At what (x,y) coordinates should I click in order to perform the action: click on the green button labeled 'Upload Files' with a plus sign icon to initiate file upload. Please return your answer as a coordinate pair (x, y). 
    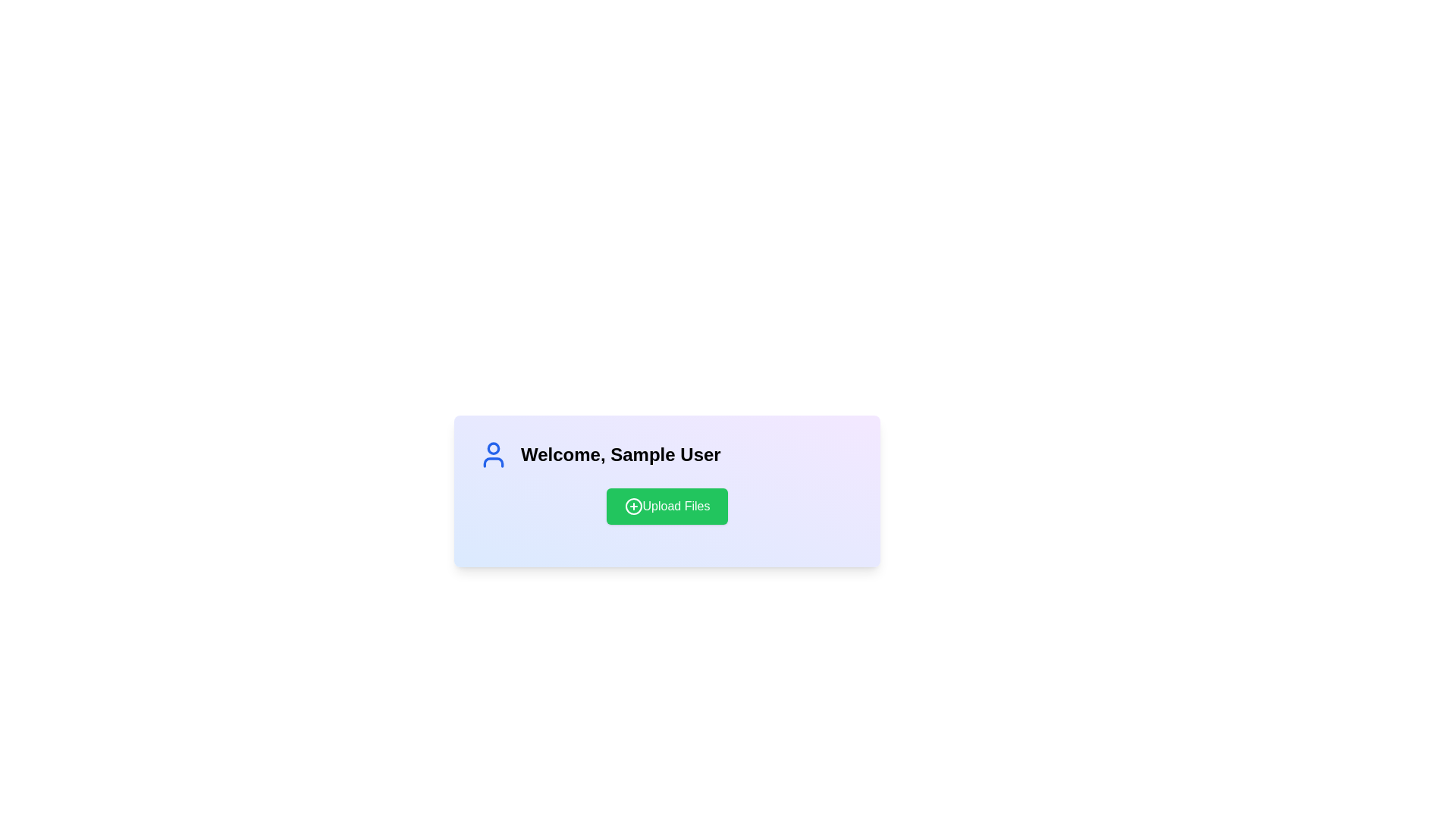
    Looking at the image, I should click on (667, 506).